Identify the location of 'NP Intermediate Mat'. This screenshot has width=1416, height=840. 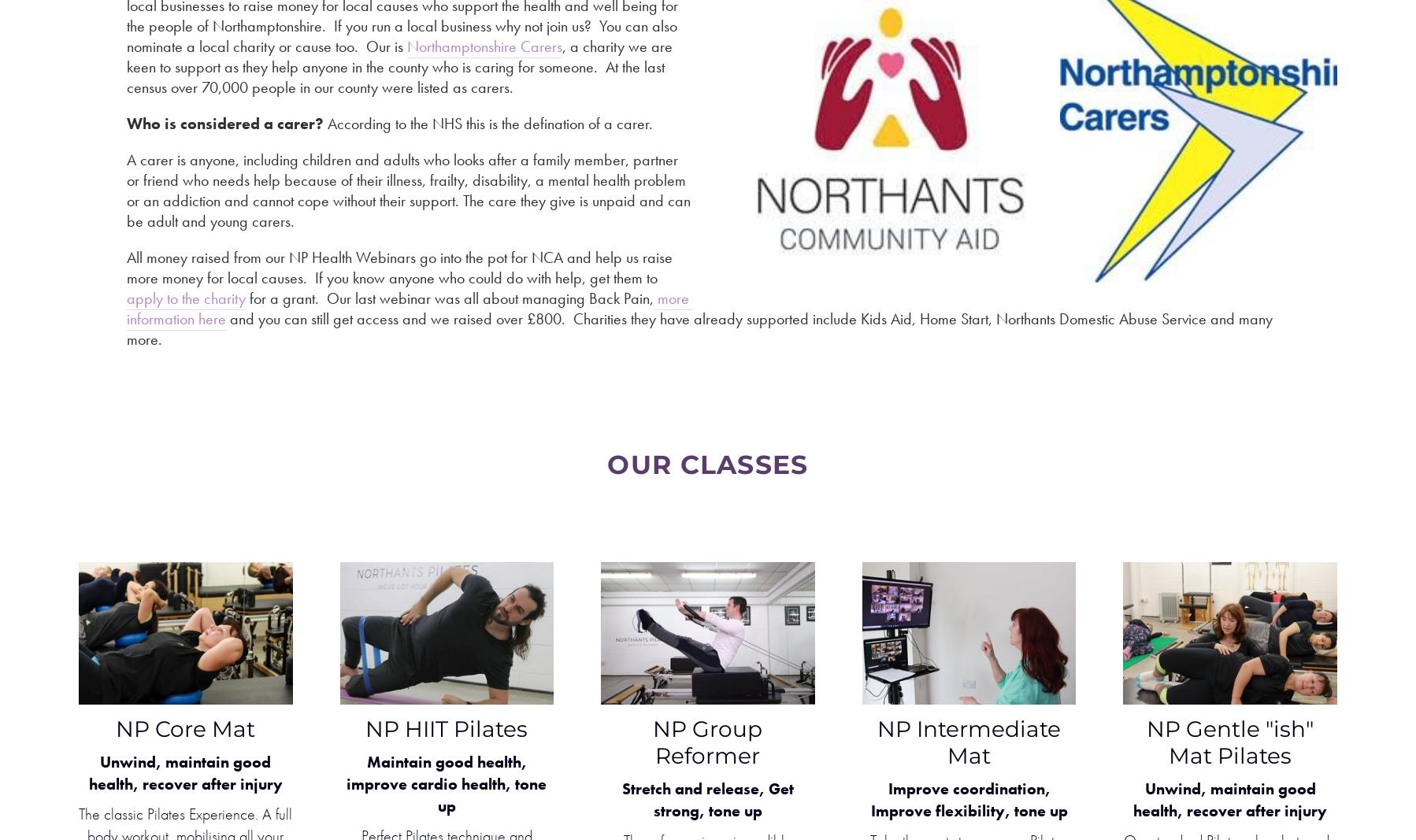
(968, 742).